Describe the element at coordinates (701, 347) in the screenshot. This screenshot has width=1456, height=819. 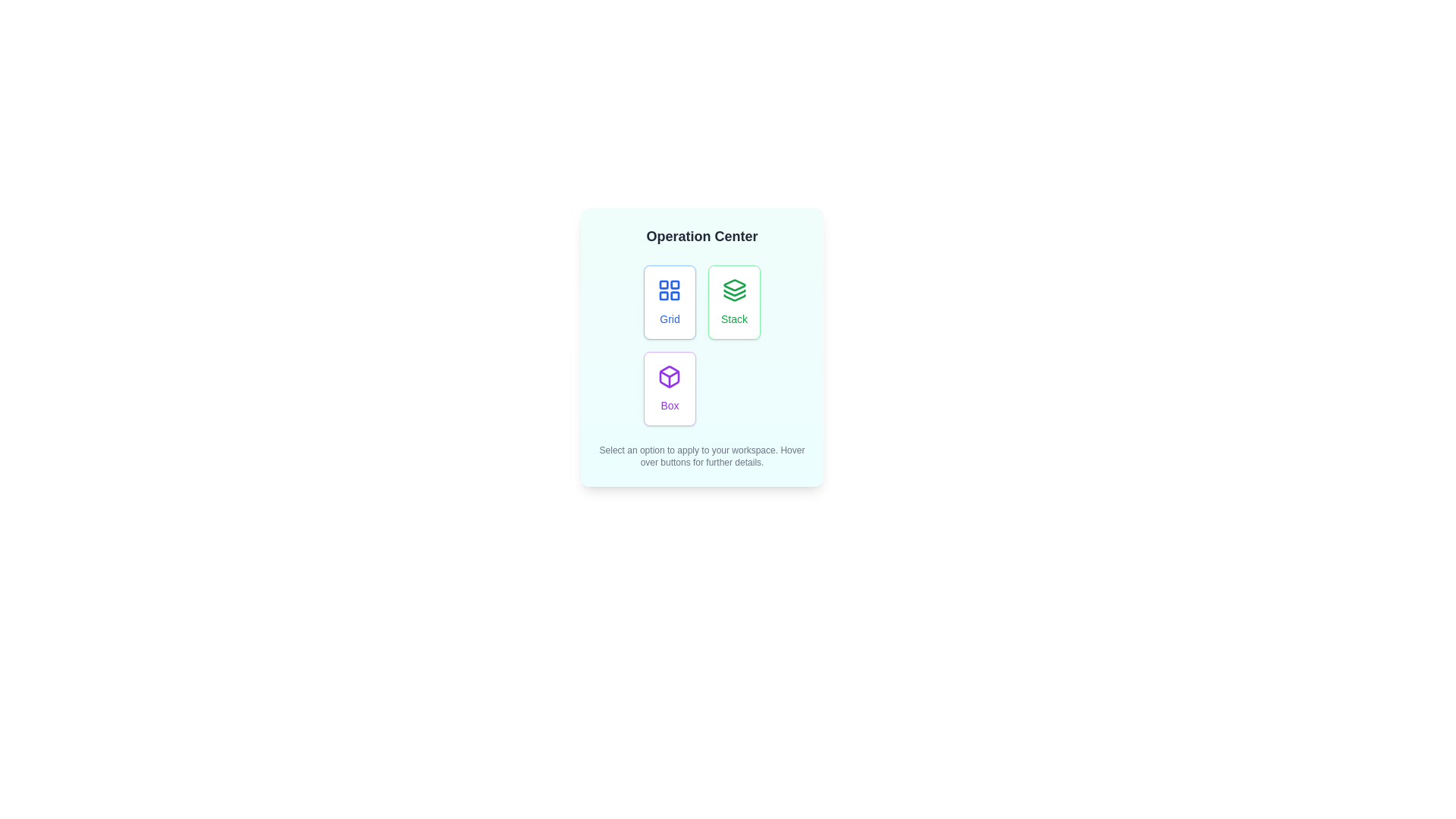
I see `the button within the dialog box` at that location.